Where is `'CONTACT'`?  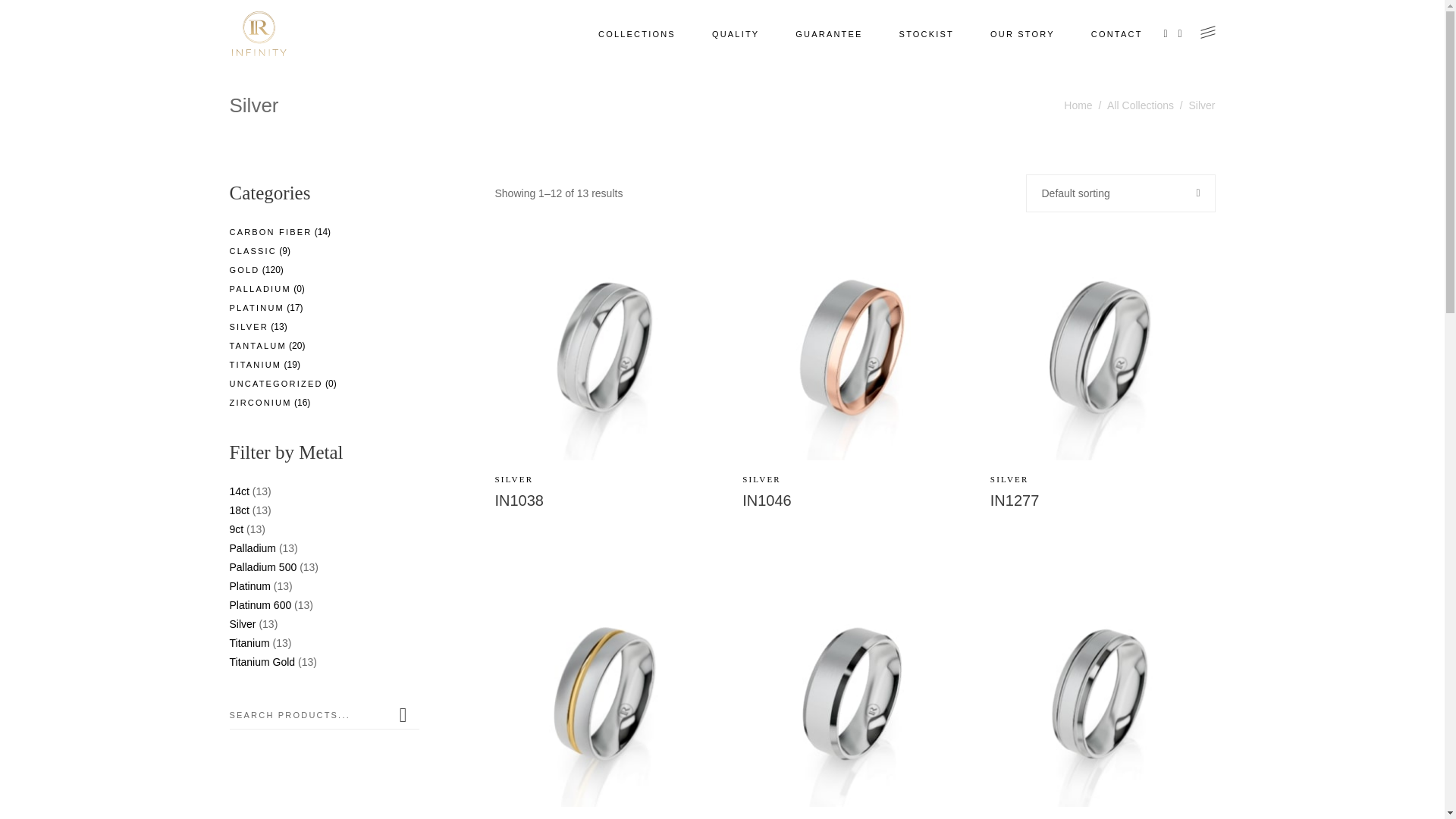
'CONTACT' is located at coordinates (1117, 34).